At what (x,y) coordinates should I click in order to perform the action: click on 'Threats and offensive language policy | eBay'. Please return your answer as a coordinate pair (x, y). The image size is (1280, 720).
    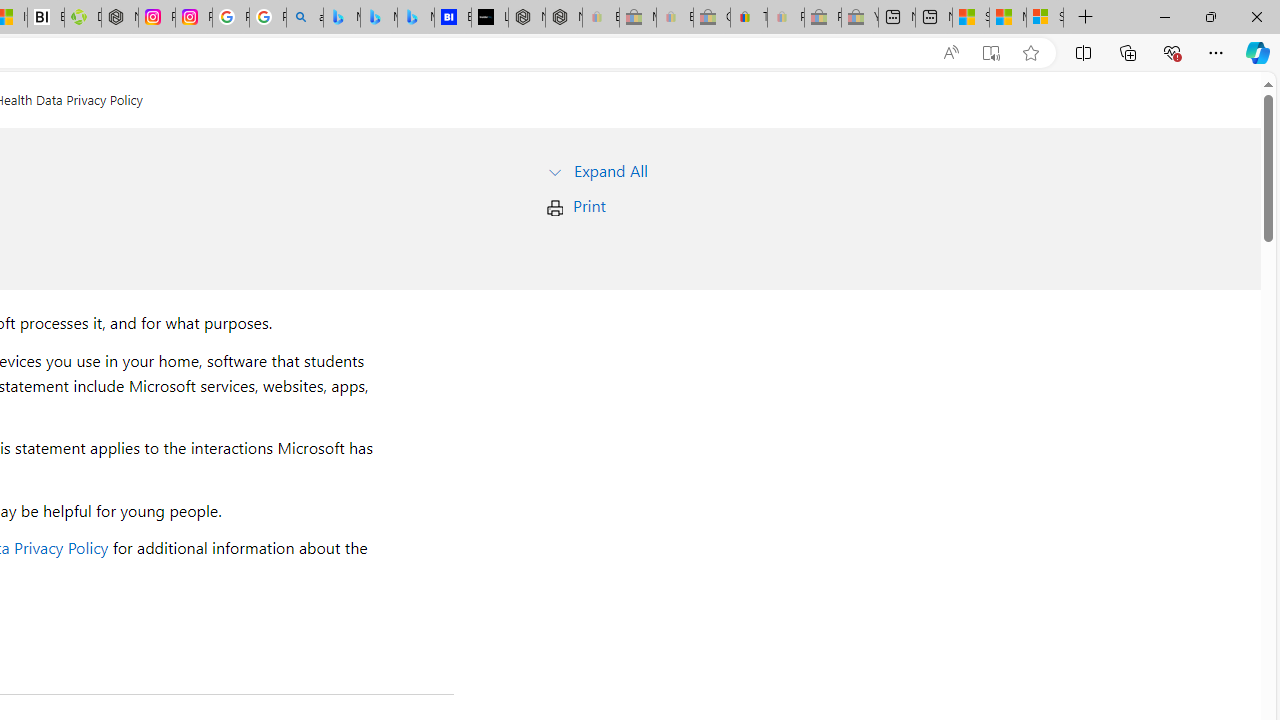
    Looking at the image, I should click on (747, 17).